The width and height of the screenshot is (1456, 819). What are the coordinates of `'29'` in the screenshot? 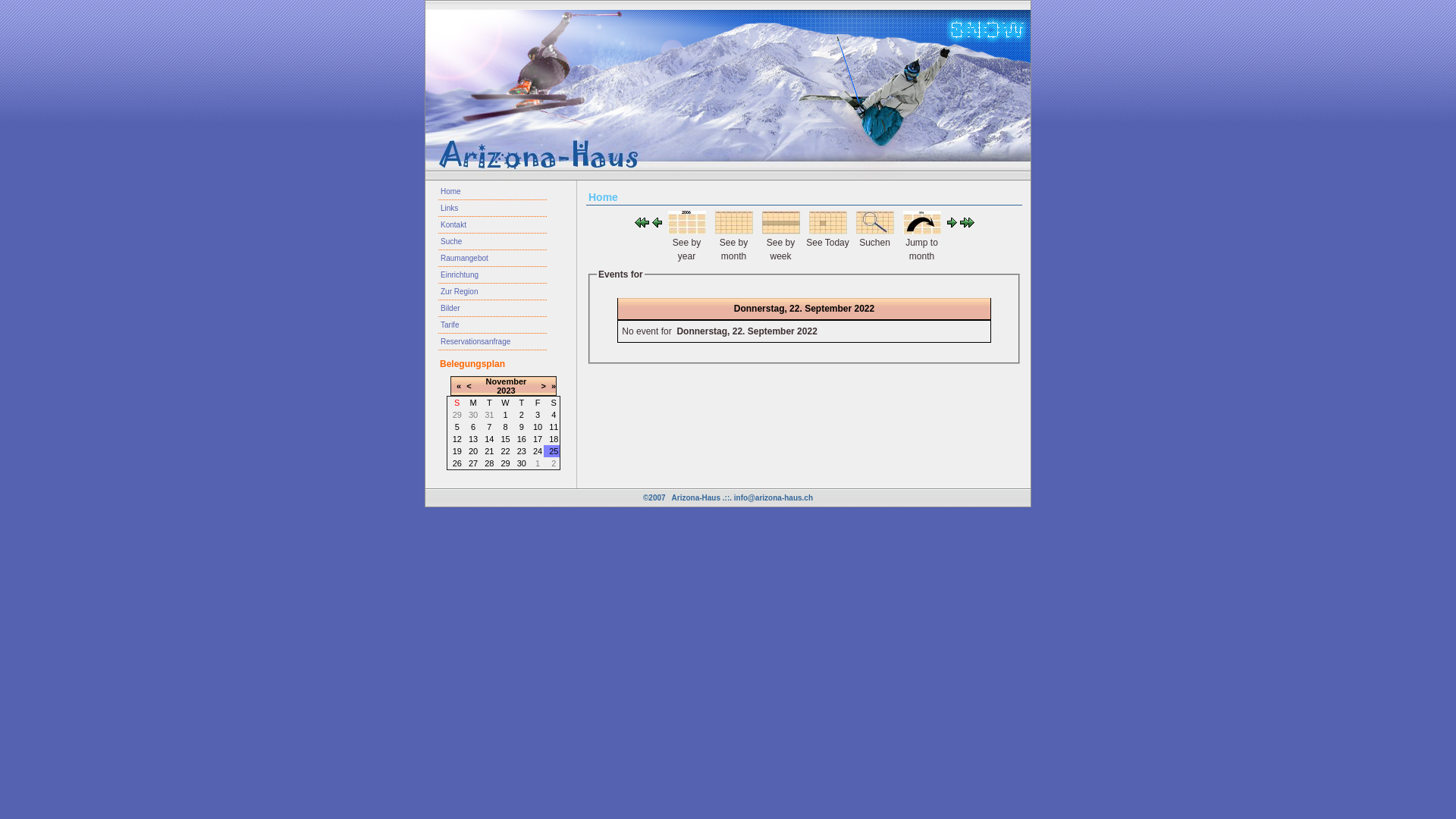 It's located at (505, 462).